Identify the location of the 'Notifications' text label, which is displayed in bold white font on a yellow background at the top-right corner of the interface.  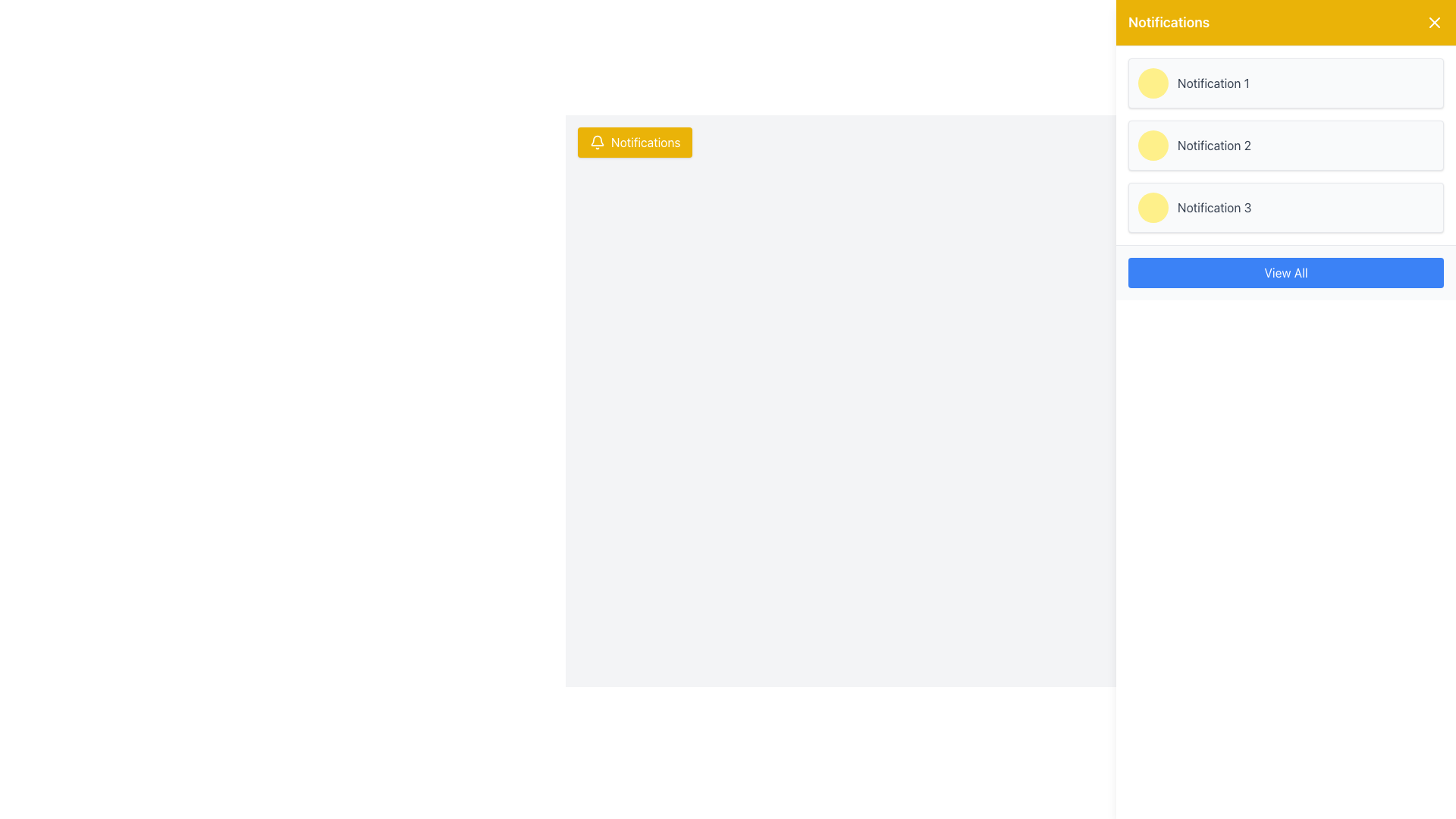
(1168, 23).